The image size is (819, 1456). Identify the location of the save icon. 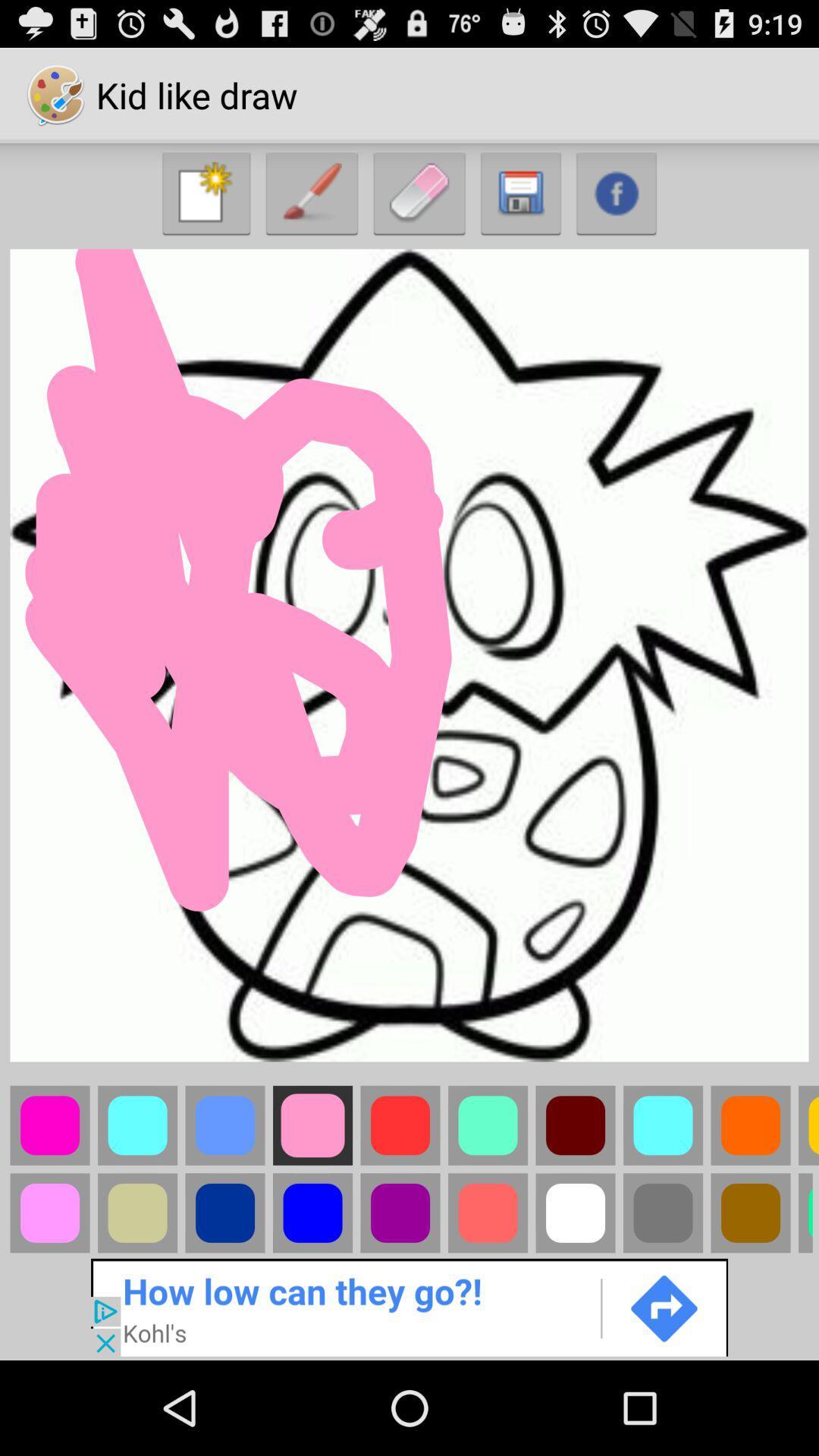
(519, 206).